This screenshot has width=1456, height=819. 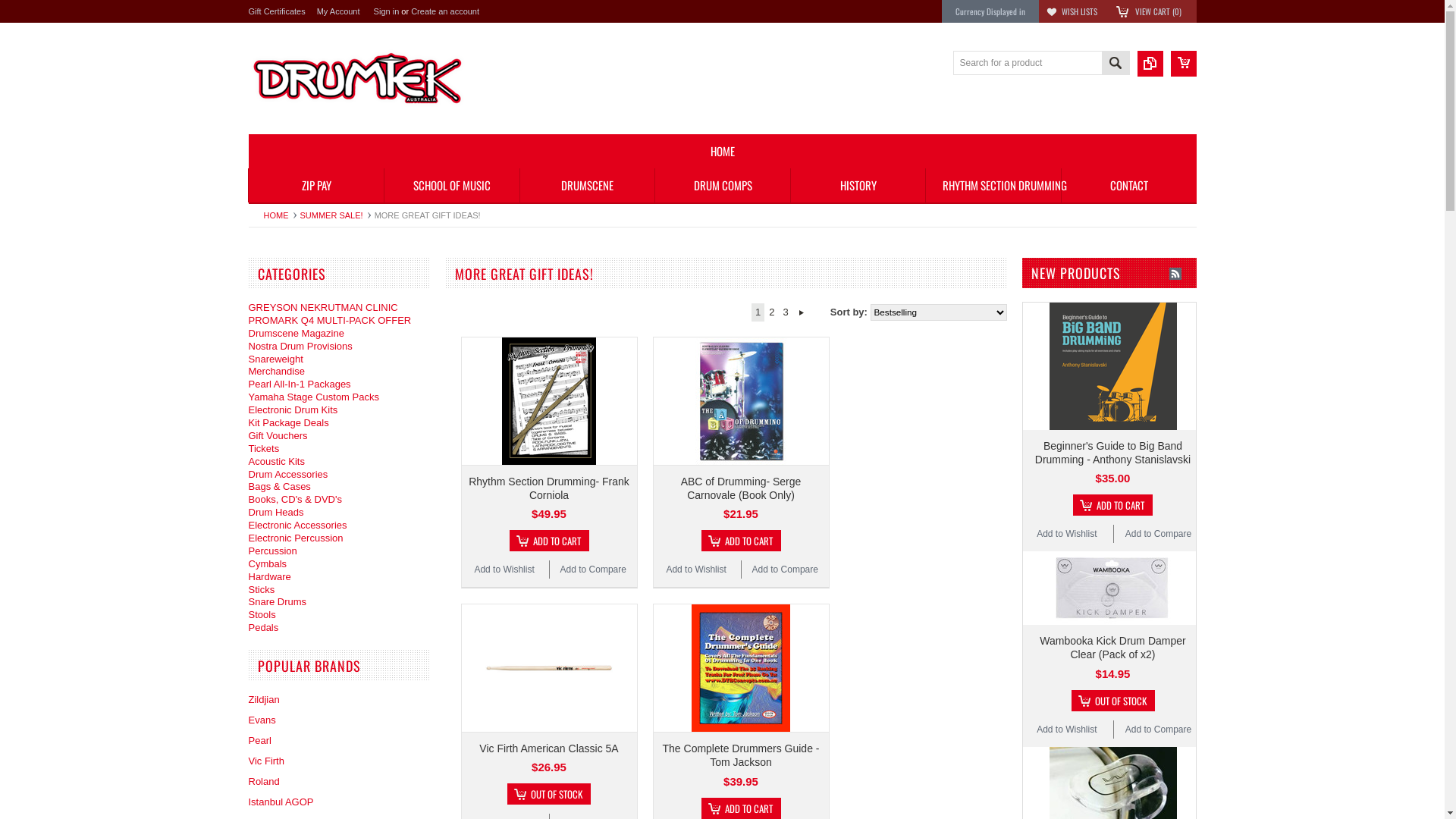 I want to click on 'Zildjian', so click(x=264, y=699).